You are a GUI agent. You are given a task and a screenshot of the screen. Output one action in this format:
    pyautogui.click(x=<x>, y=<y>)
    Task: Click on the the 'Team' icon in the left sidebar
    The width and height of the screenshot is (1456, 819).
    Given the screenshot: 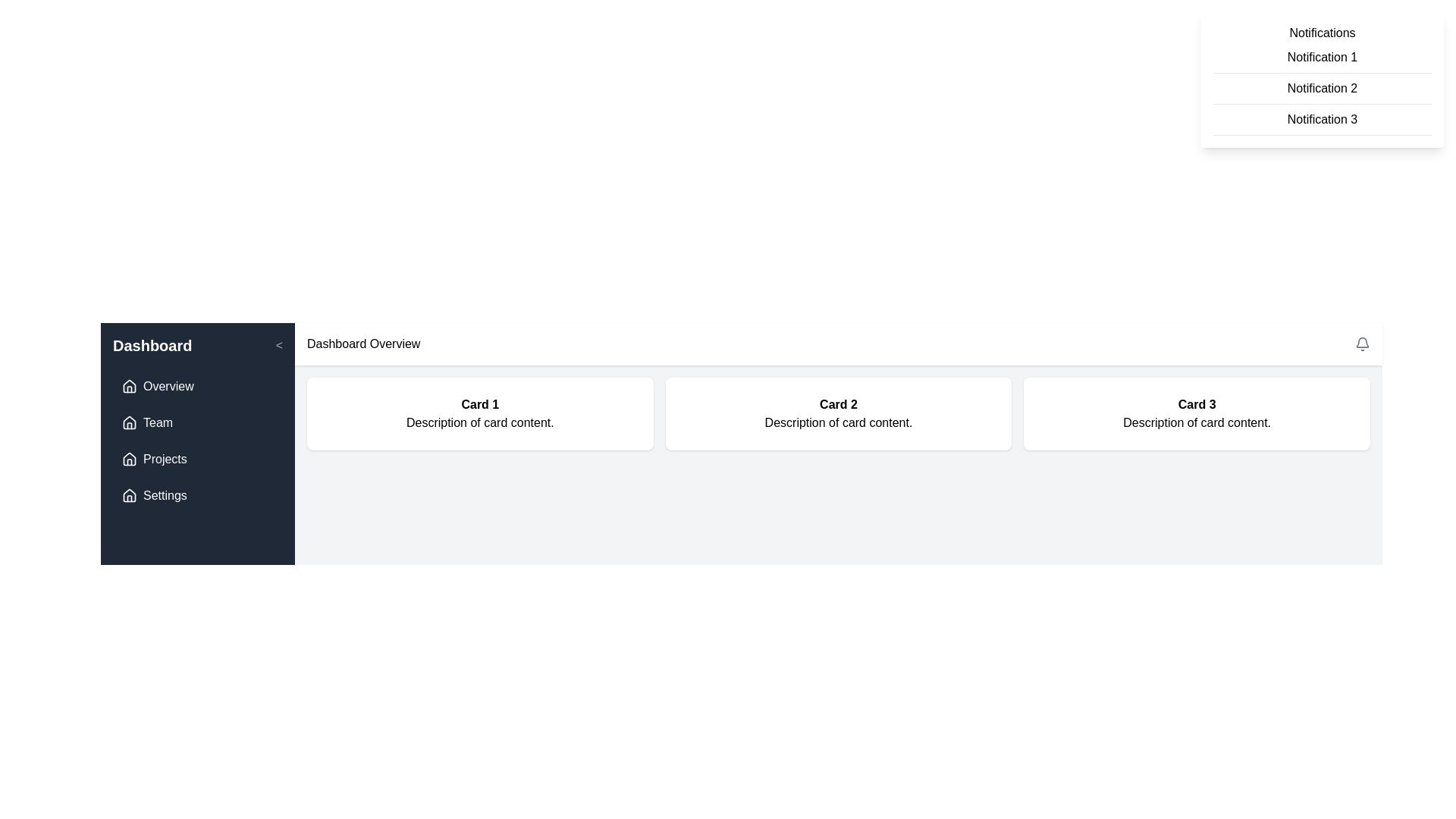 What is the action you would take?
    pyautogui.click(x=130, y=423)
    